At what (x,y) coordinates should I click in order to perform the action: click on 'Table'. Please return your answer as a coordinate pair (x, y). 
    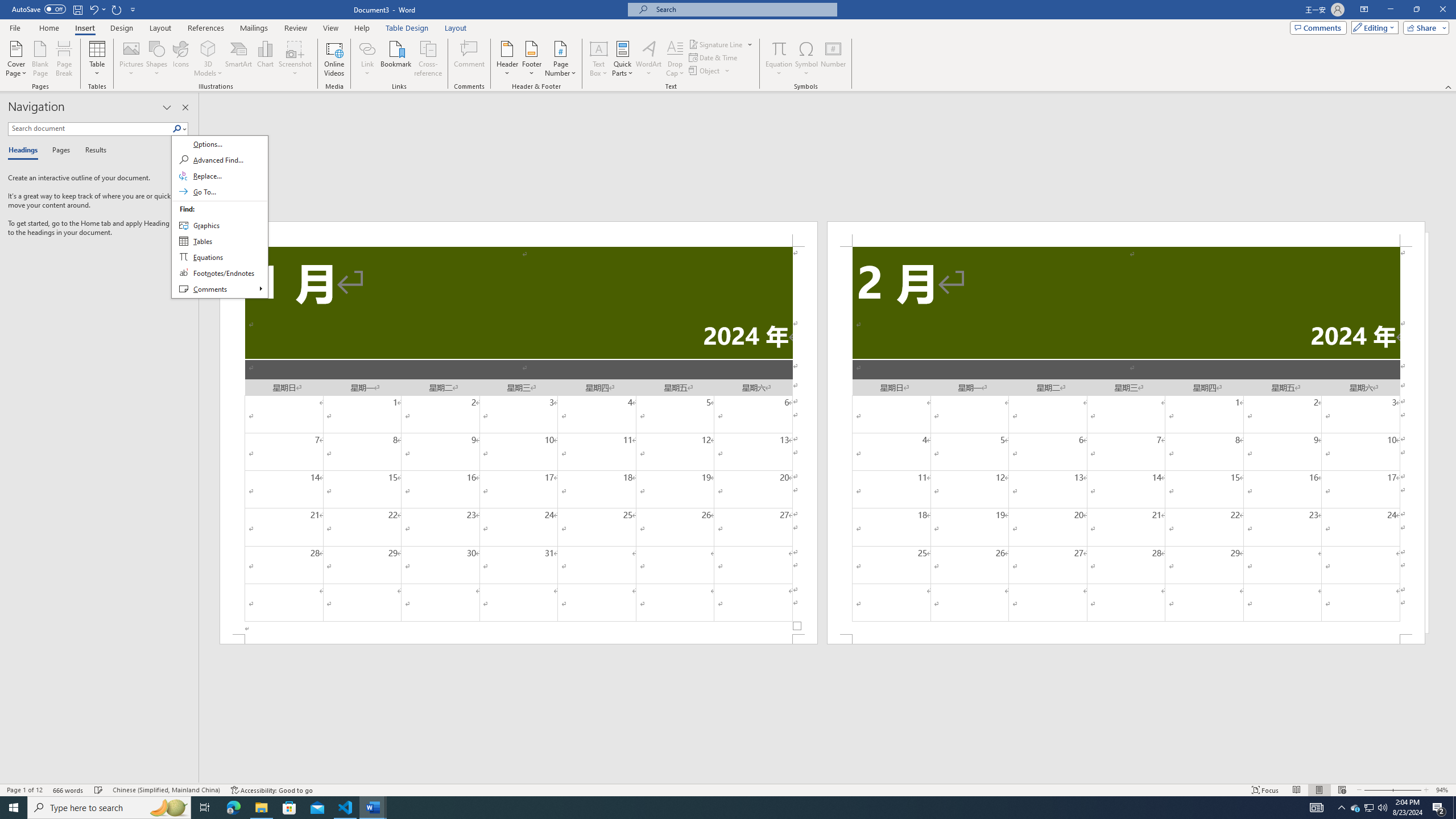
    Looking at the image, I should click on (97, 59).